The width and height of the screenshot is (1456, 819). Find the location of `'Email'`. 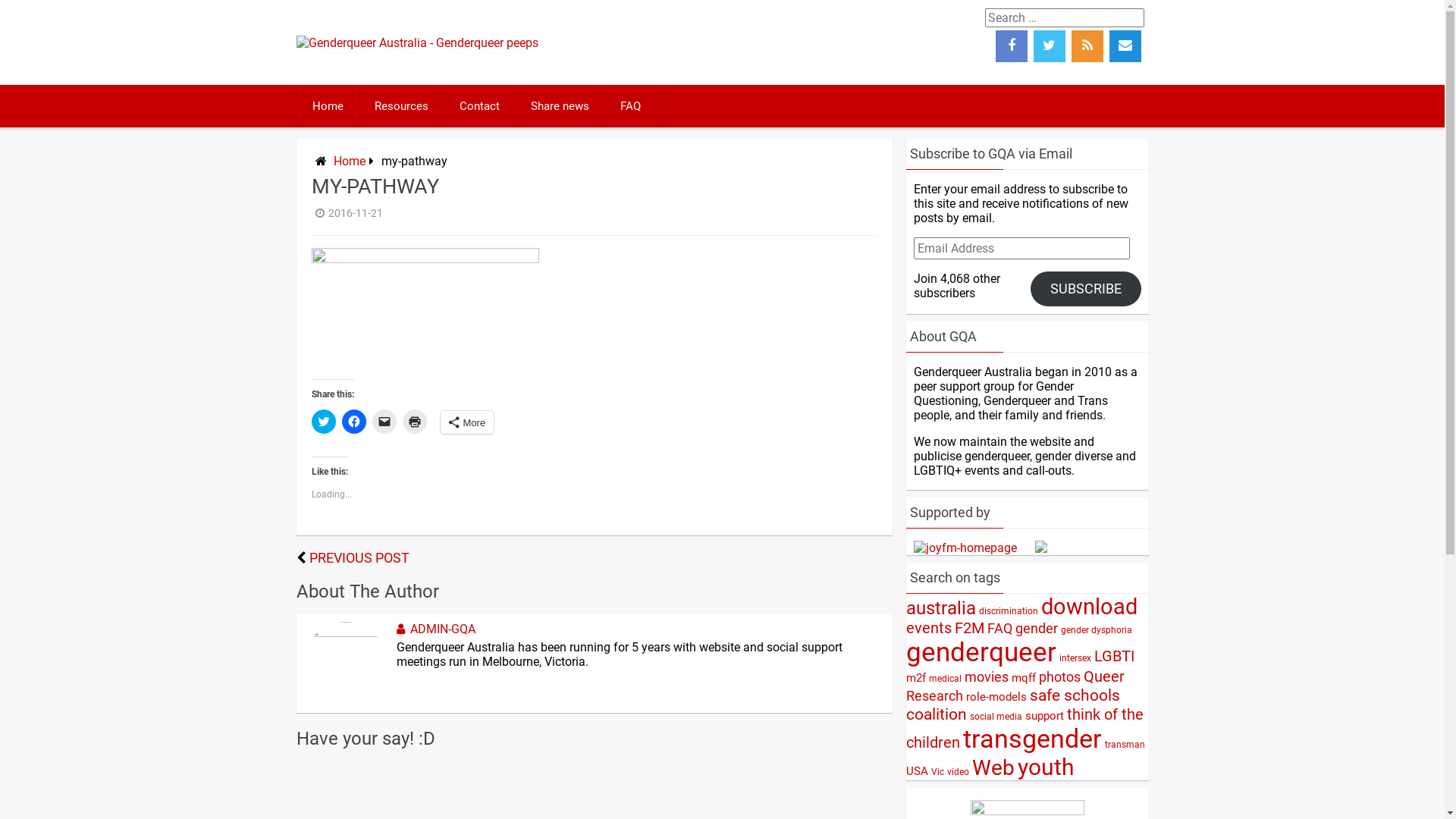

'Email' is located at coordinates (1125, 45).